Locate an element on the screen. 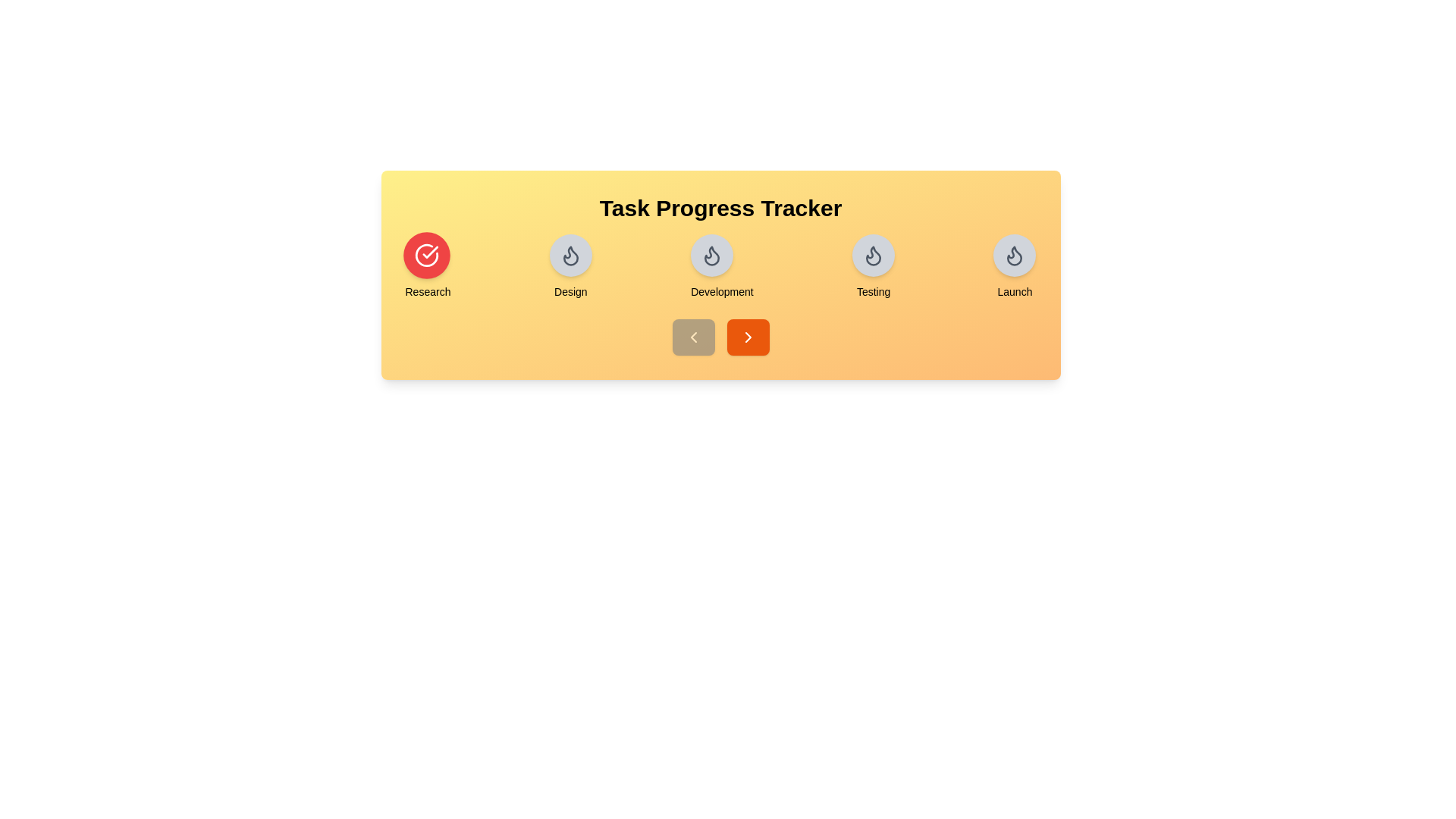  the second text label in the task progress tracker interface, which provides context for the progress stage between 'Research' and 'Development' is located at coordinates (570, 292).